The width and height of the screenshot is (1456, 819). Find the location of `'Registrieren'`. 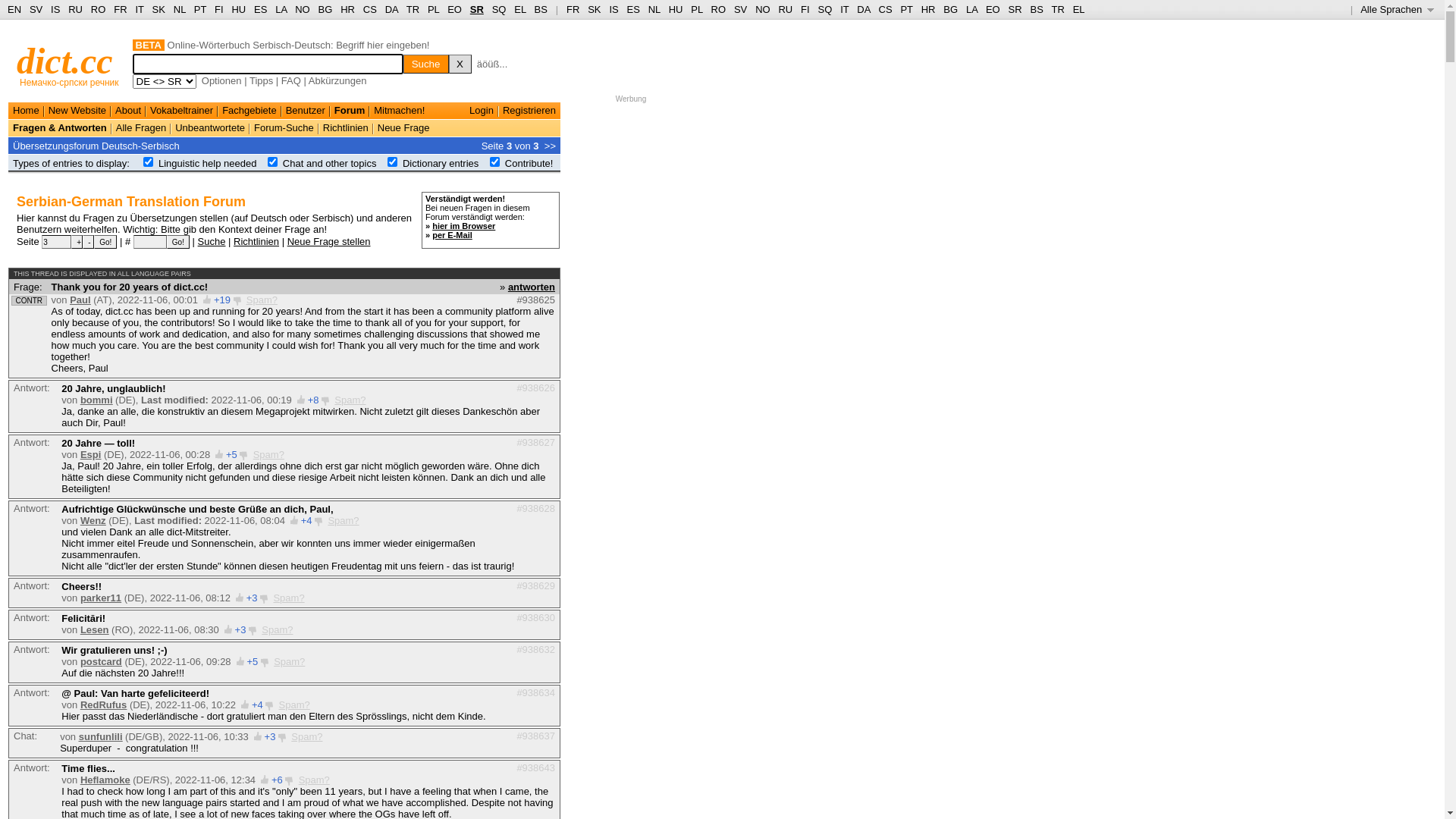

'Registrieren' is located at coordinates (502, 109).